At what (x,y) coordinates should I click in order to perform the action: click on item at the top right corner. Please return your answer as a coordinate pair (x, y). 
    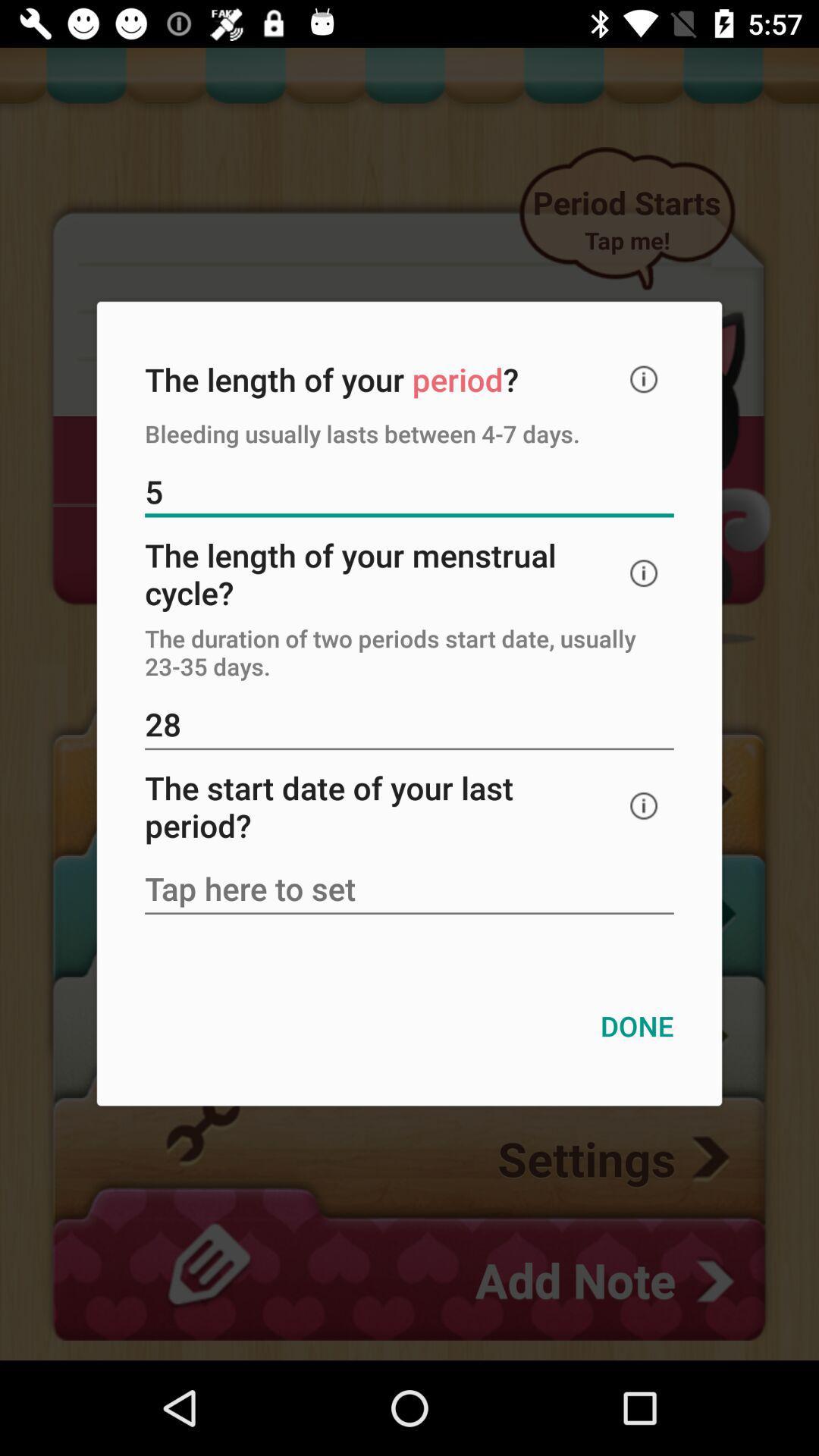
    Looking at the image, I should click on (644, 379).